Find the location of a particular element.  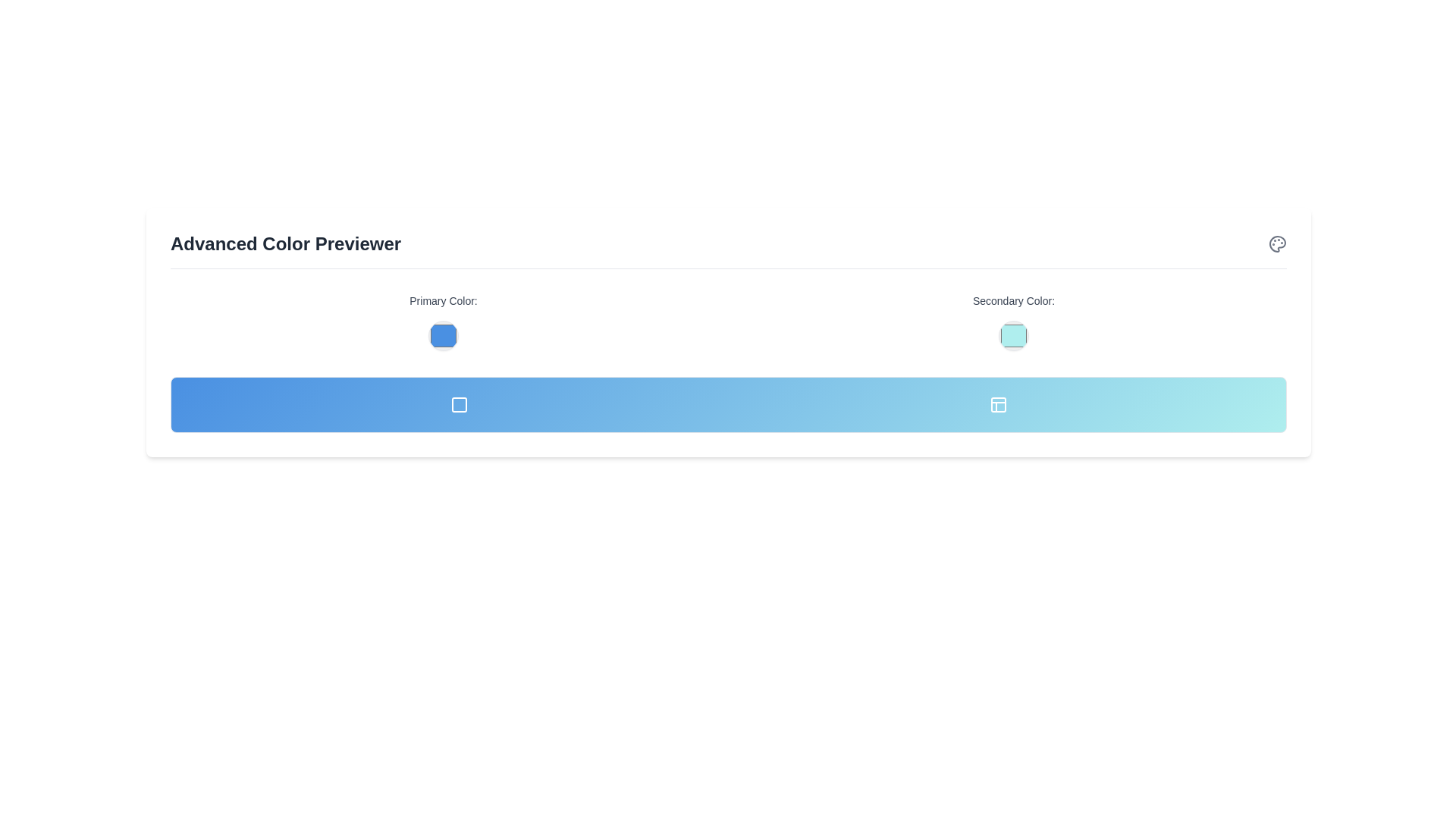

the icon associated with the Advanced Color Previewer section, located at the top-right corner next to the title text is located at coordinates (1276, 243).